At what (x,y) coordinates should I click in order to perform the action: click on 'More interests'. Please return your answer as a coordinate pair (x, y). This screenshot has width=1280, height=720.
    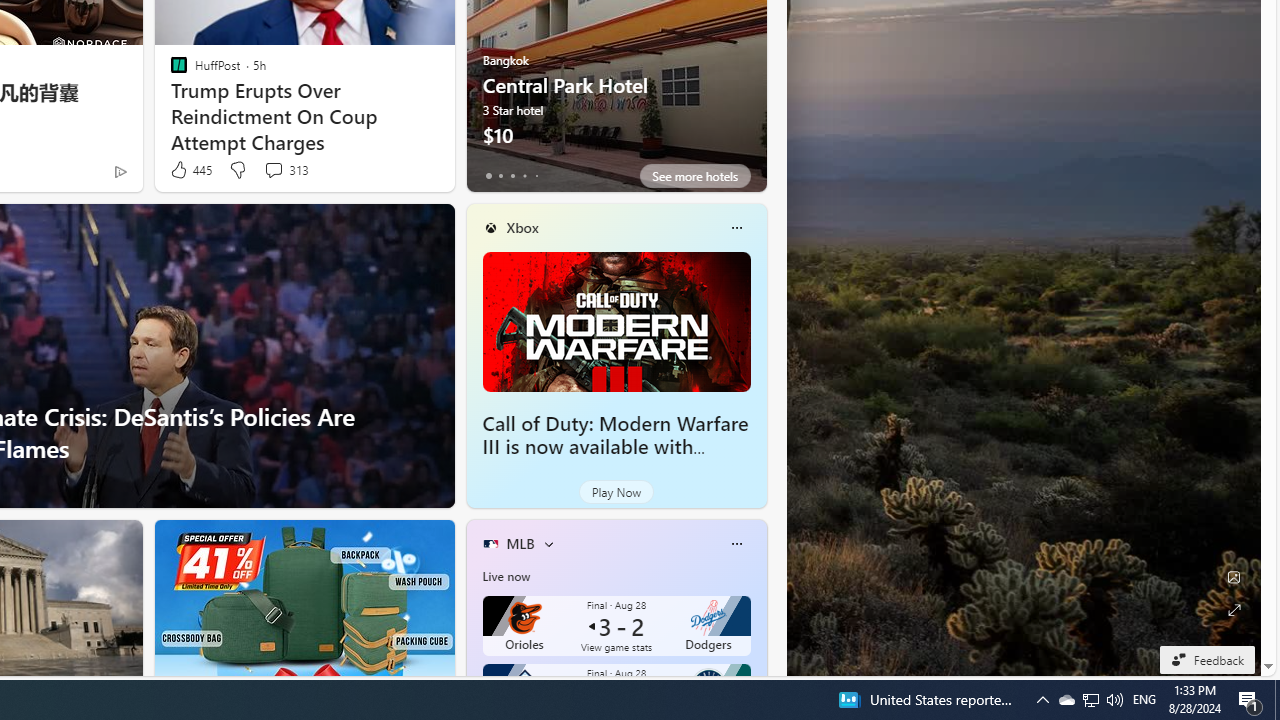
    Looking at the image, I should click on (548, 543).